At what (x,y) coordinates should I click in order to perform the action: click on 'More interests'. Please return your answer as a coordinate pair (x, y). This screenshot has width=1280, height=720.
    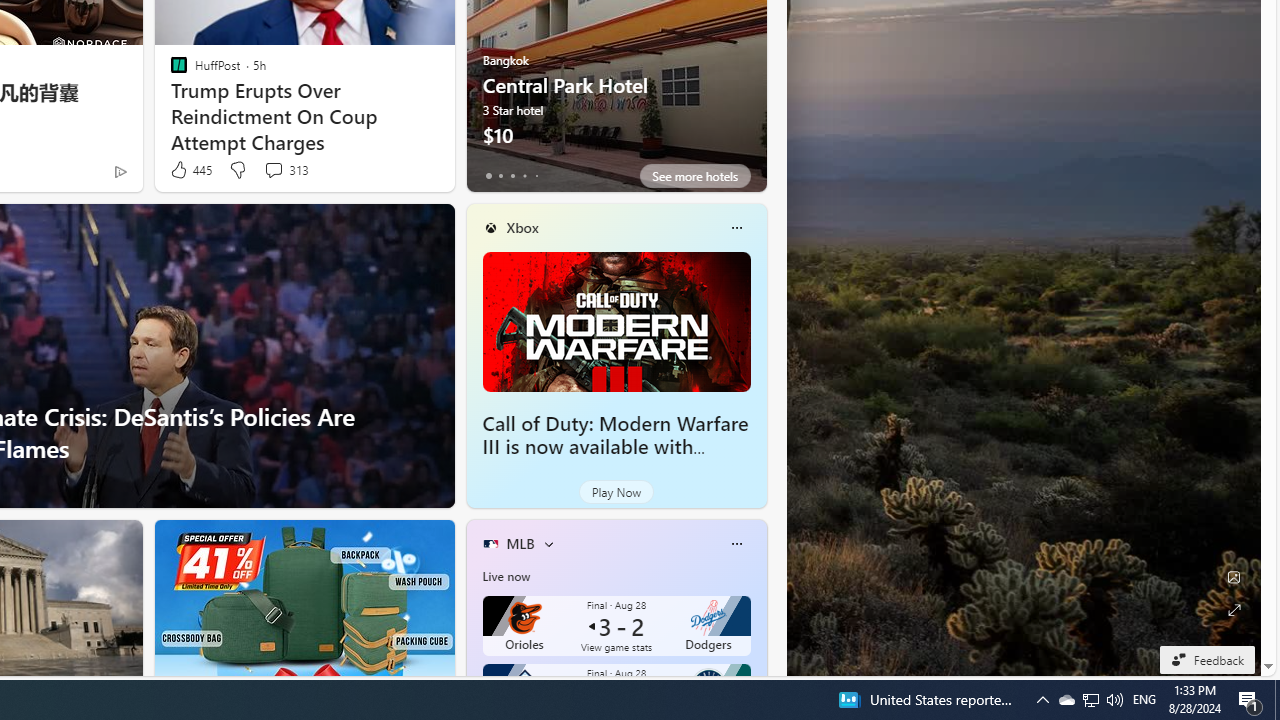
    Looking at the image, I should click on (548, 543).